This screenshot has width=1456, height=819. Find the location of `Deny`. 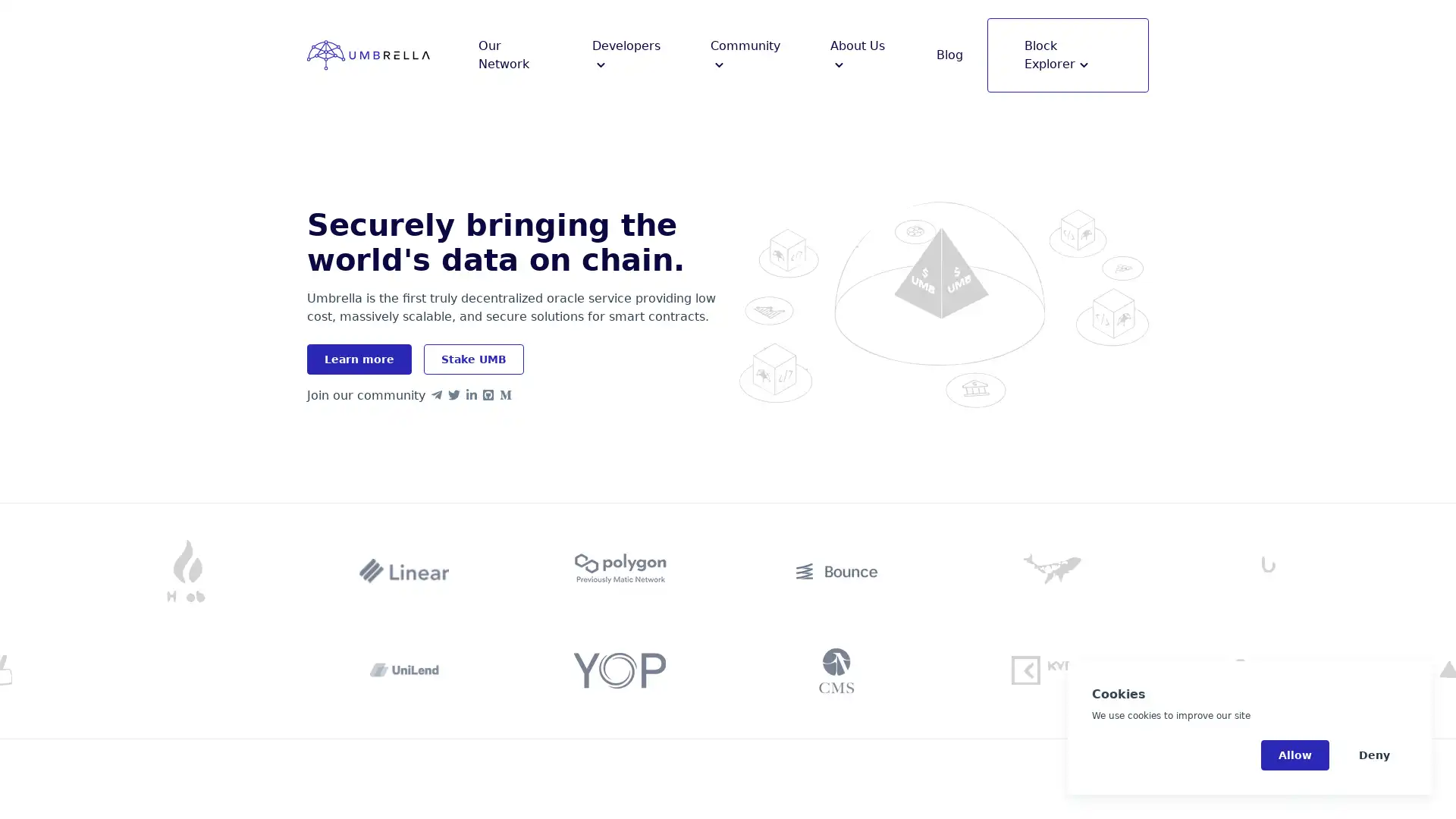

Deny is located at coordinates (1374, 755).